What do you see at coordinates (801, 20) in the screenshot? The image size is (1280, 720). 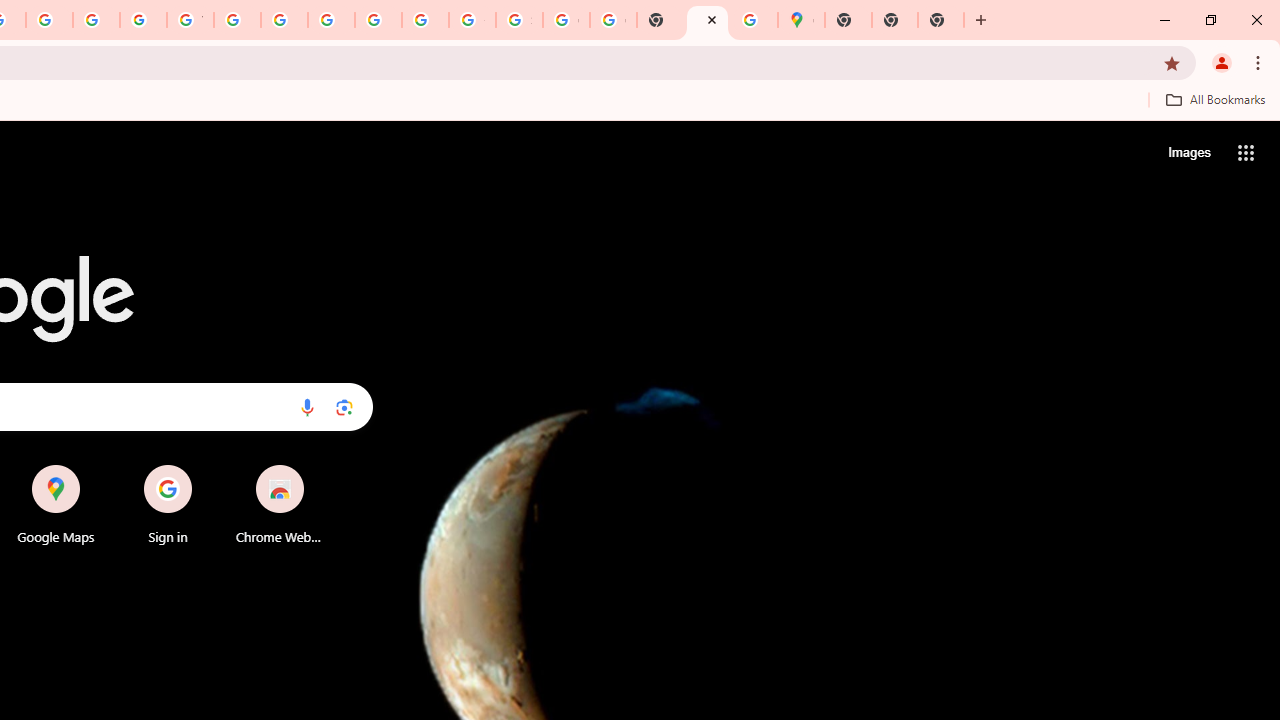 I see `'Google Maps'` at bounding box center [801, 20].